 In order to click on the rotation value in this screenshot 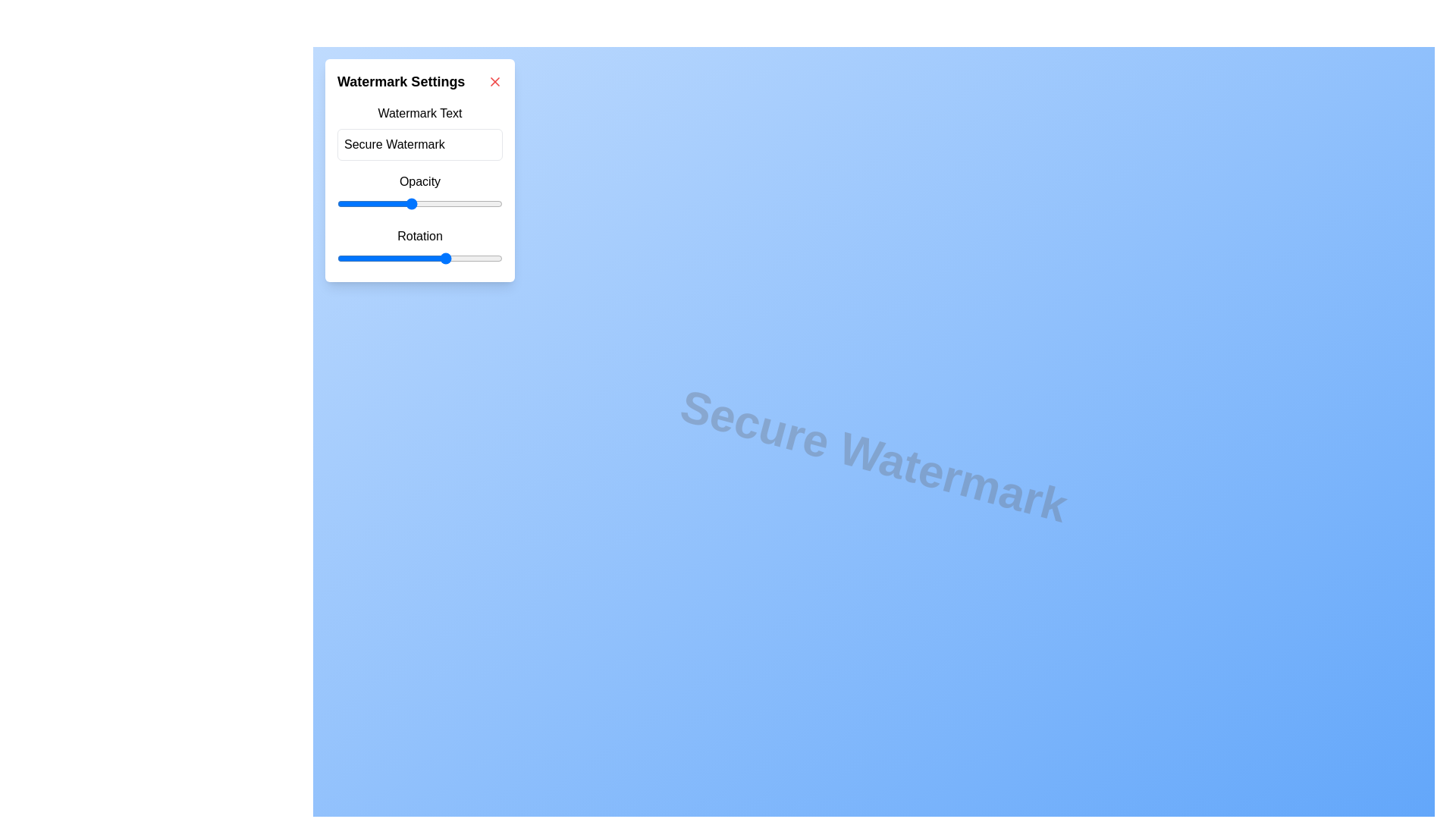, I will do `click(397, 257)`.